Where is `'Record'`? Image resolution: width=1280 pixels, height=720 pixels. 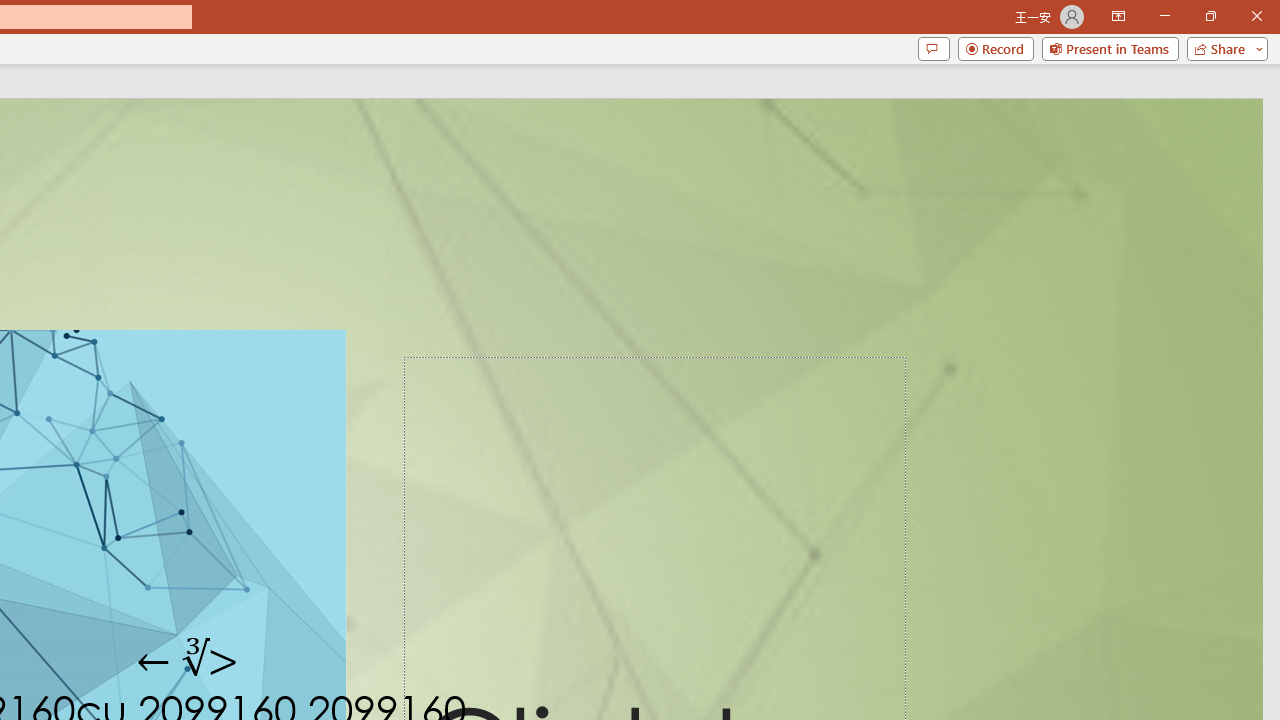 'Record' is located at coordinates (995, 47).